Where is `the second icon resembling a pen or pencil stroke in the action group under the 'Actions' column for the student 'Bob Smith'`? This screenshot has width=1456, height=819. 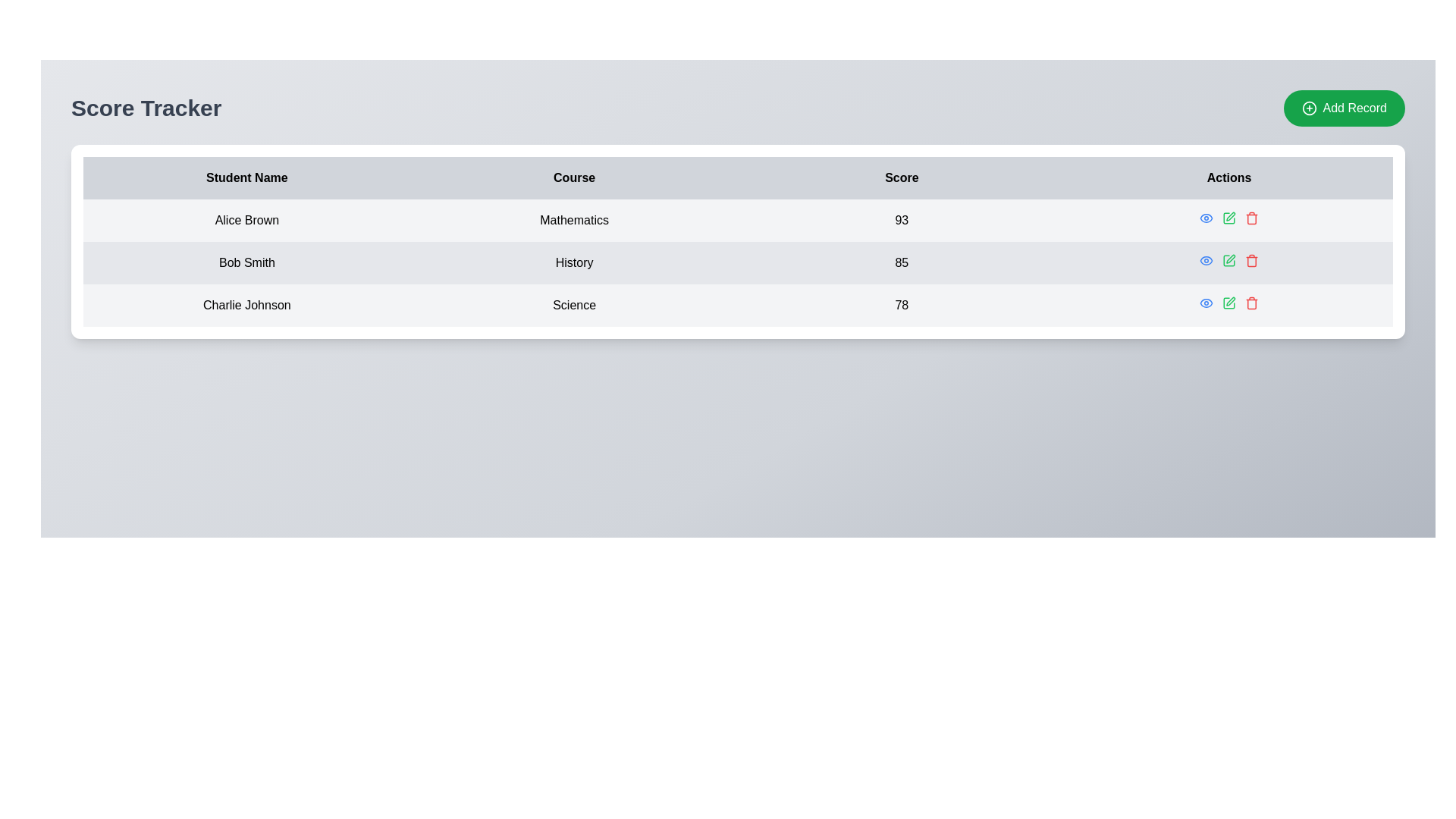 the second icon resembling a pen or pencil stroke in the action group under the 'Actions' column for the student 'Bob Smith' is located at coordinates (1230, 257).